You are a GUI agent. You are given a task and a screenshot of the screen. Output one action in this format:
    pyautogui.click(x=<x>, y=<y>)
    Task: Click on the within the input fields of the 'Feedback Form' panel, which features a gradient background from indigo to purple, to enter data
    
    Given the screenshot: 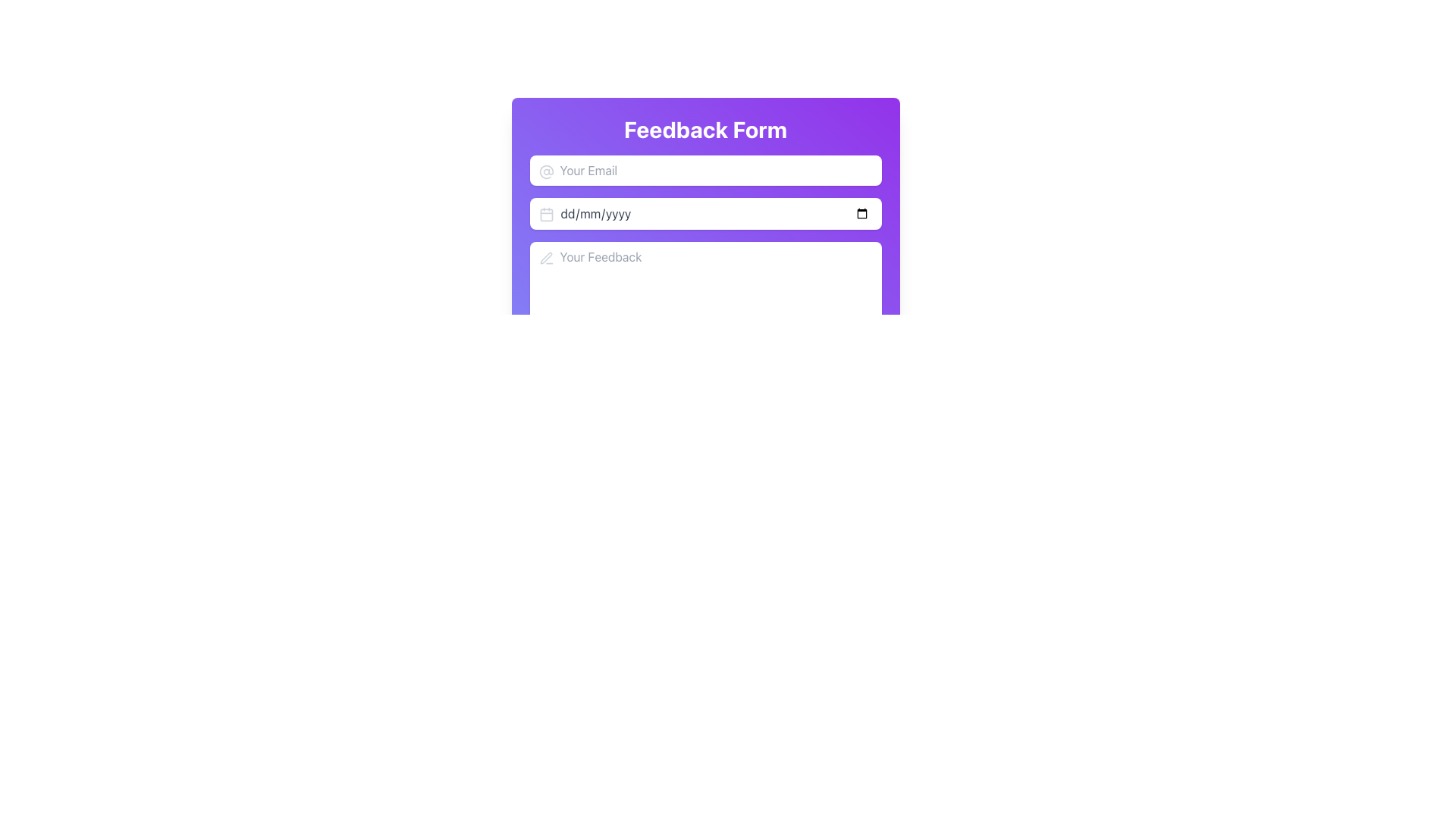 What is the action you would take?
    pyautogui.click(x=704, y=261)
    